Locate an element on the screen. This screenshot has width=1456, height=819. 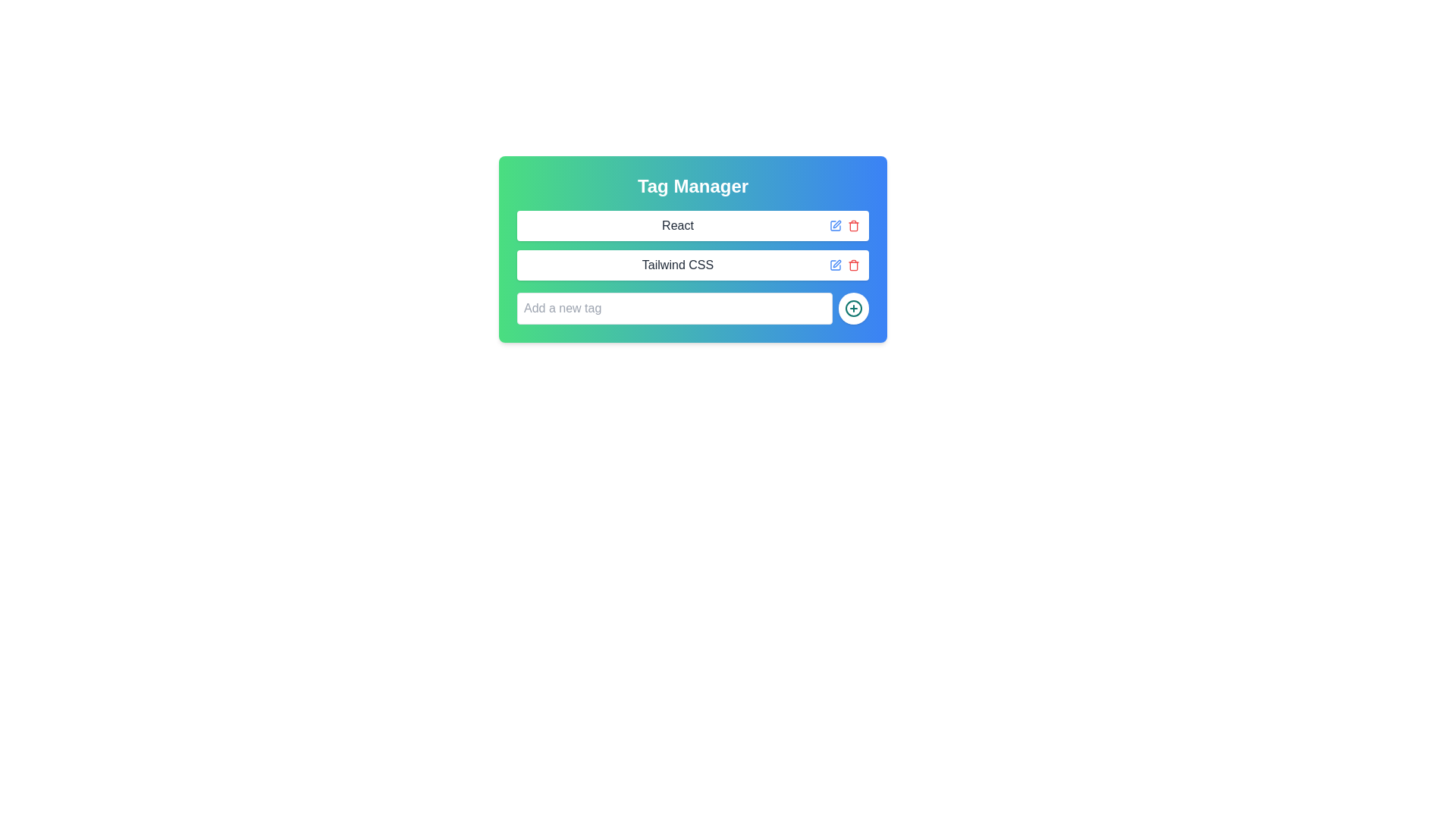
an individual text or icon within the Group of tags located below the 'Tag Manager' title and above the 'Add a new tag' input box is located at coordinates (692, 245).